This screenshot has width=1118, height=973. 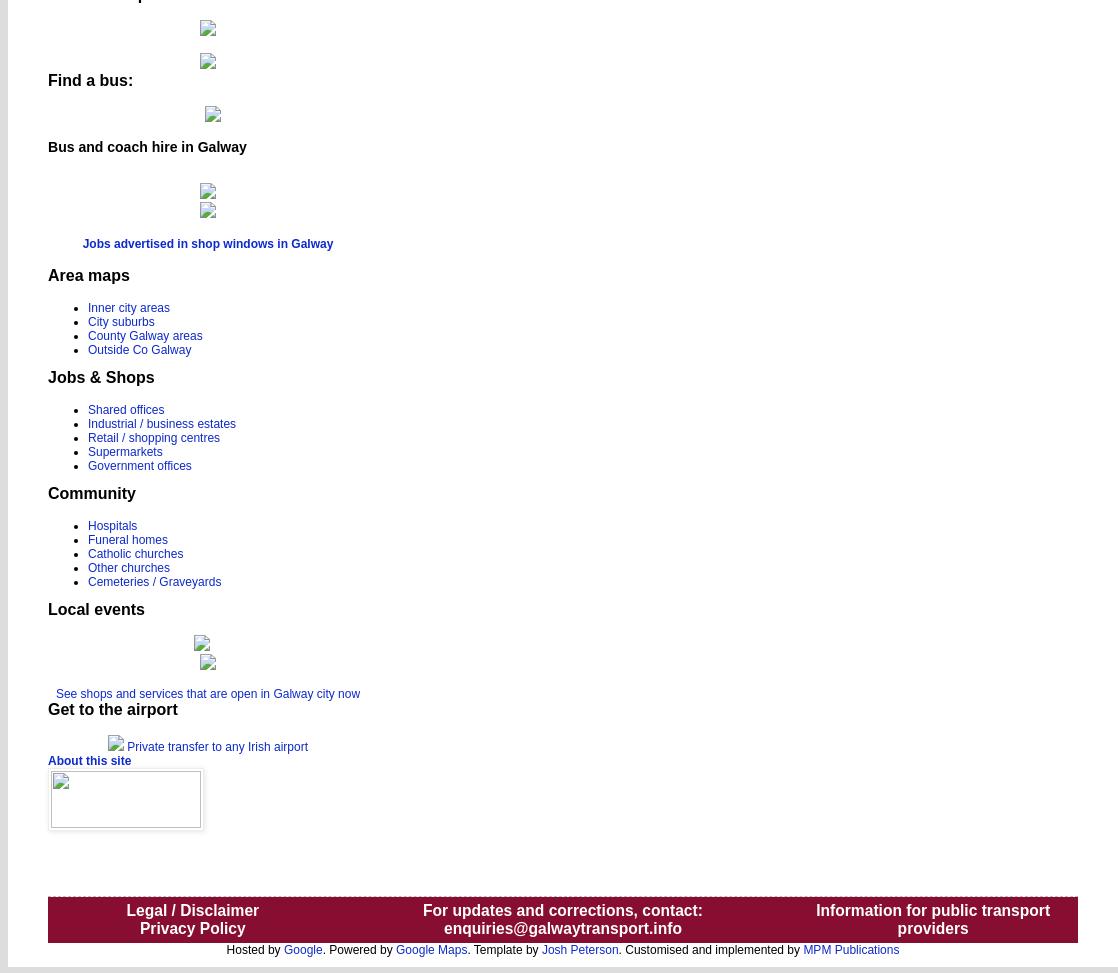 I want to click on 'Josh Peterson', so click(x=579, y=947).